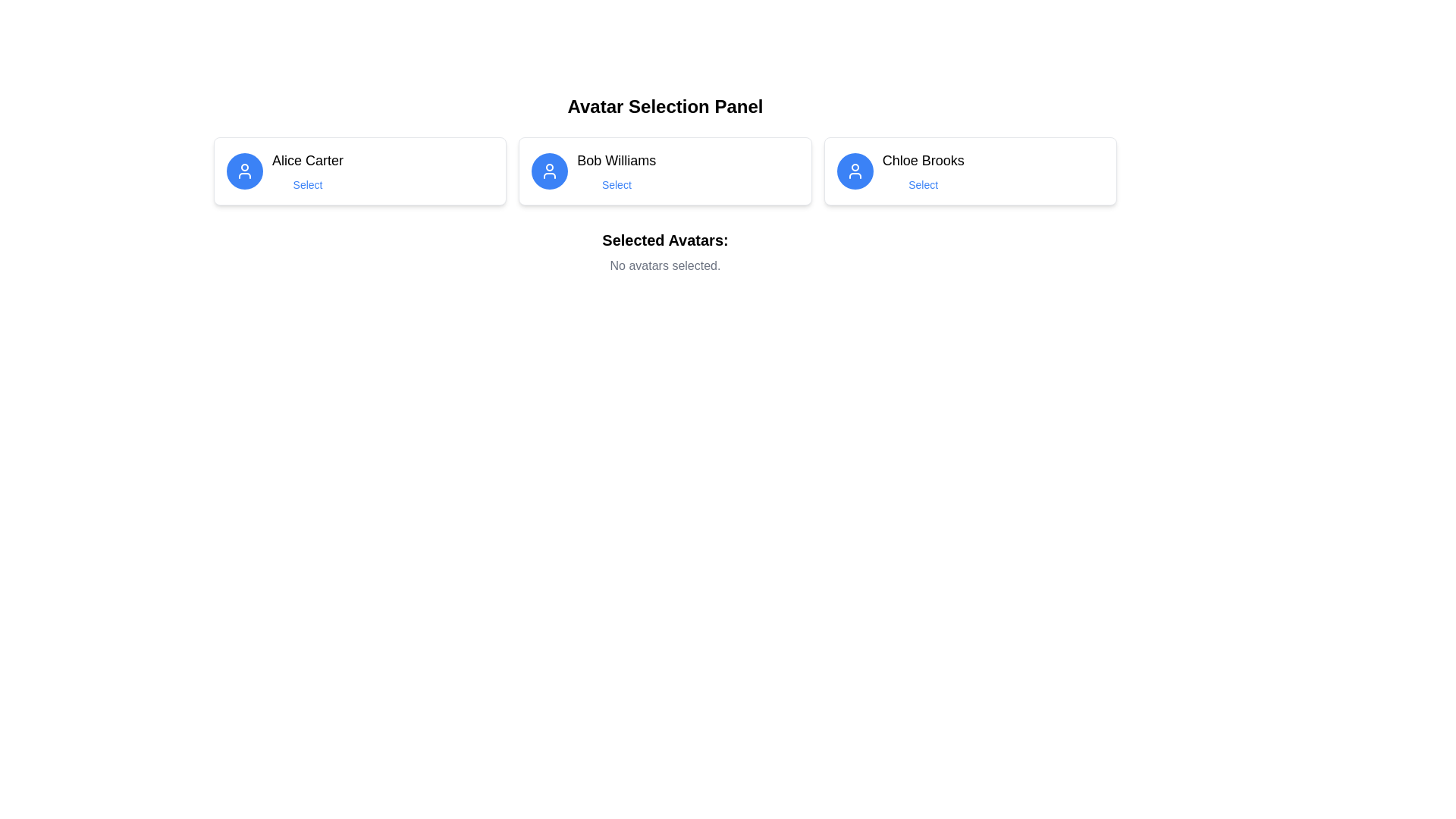 This screenshot has height=819, width=1456. Describe the element at coordinates (617, 184) in the screenshot. I see `the 'Select' button located below 'Bob Williams' to change its color to a darker blue` at that location.